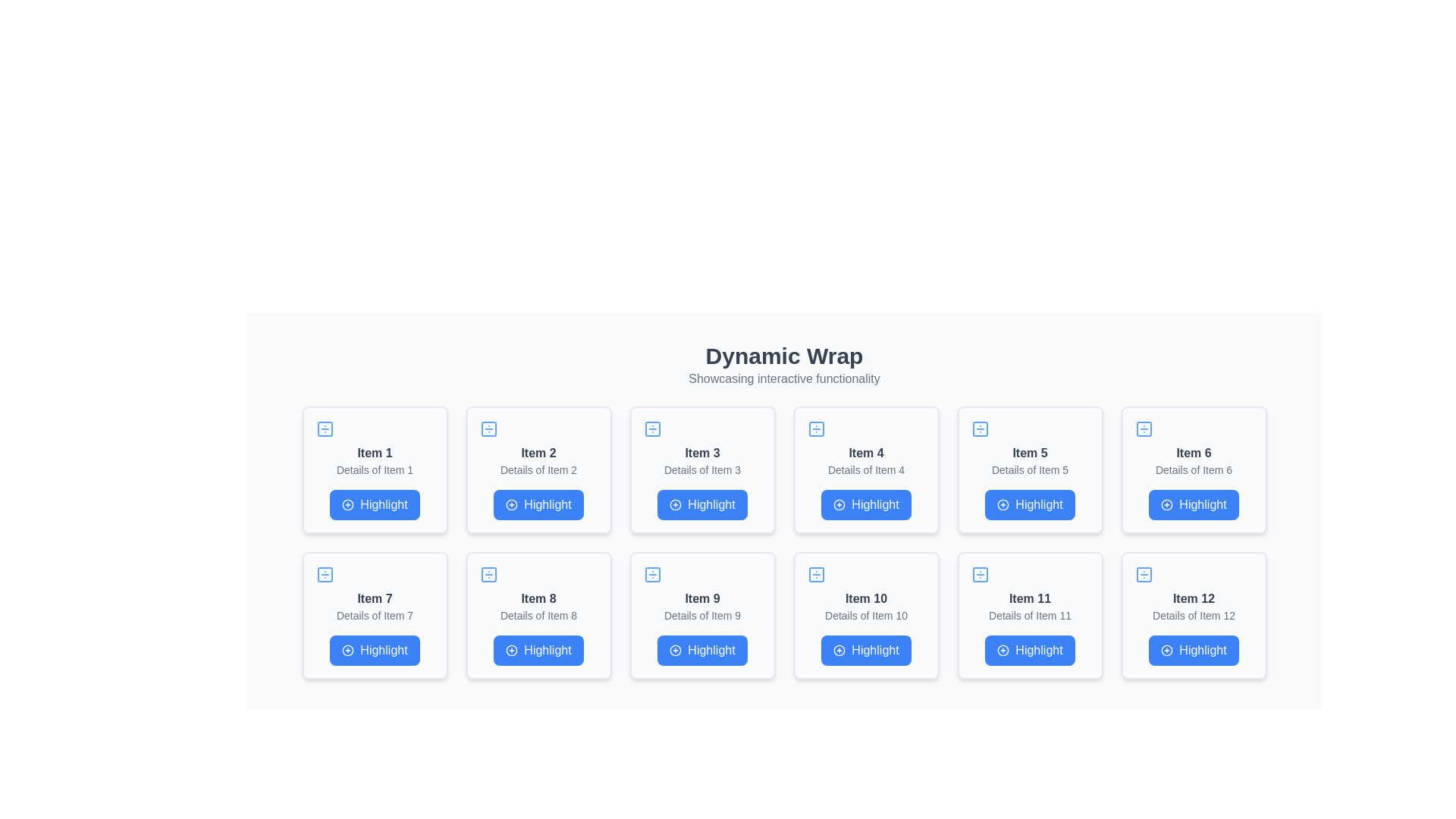 This screenshot has height=819, width=1456. I want to click on text label that says 'Item 4', which is styled in bold gray font and is the first text block within its card structure, so click(866, 452).